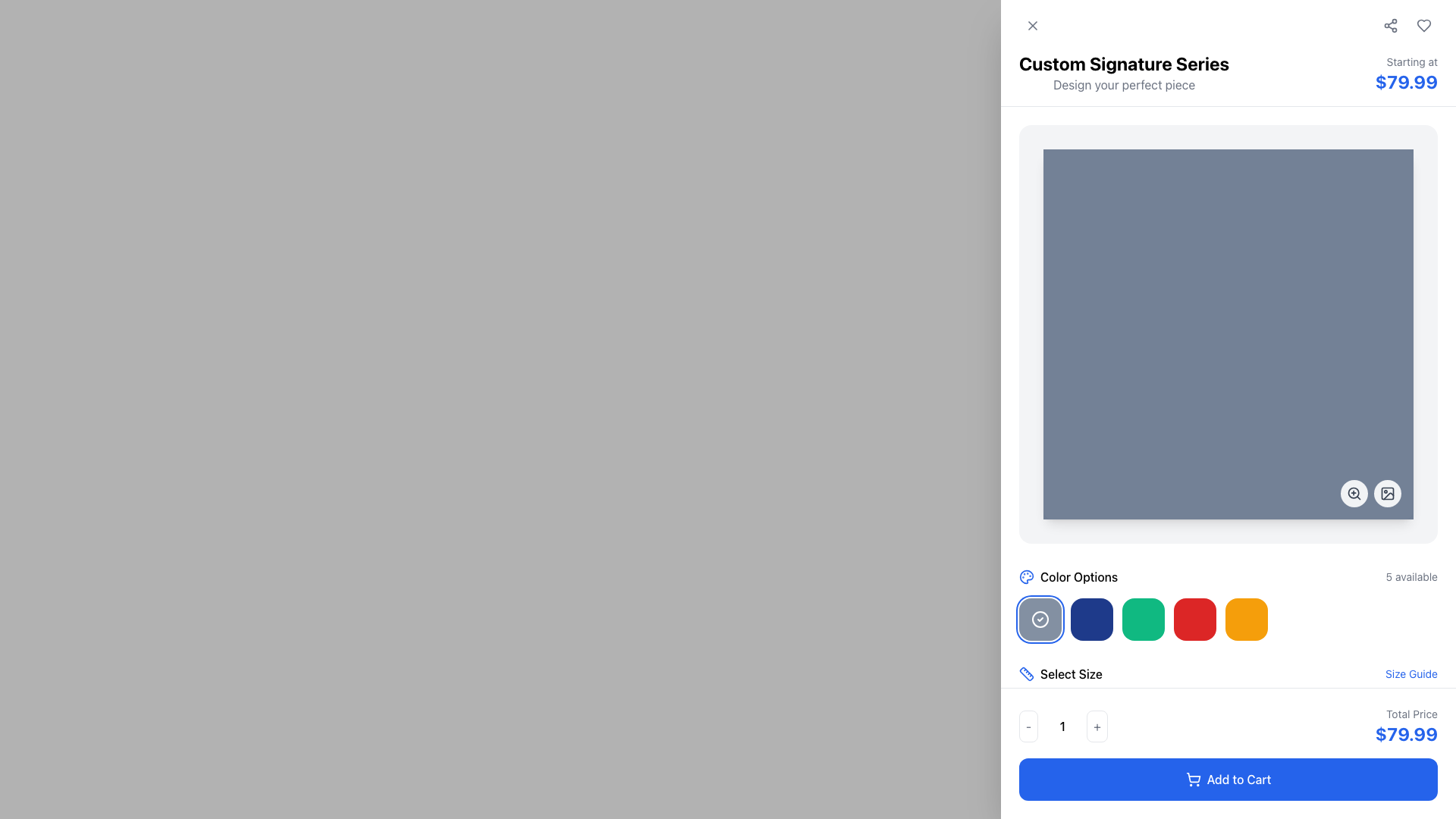 This screenshot has width=1456, height=819. What do you see at coordinates (1387, 494) in the screenshot?
I see `the rounded rectangle in the bottom right corner of the preview display section` at bounding box center [1387, 494].